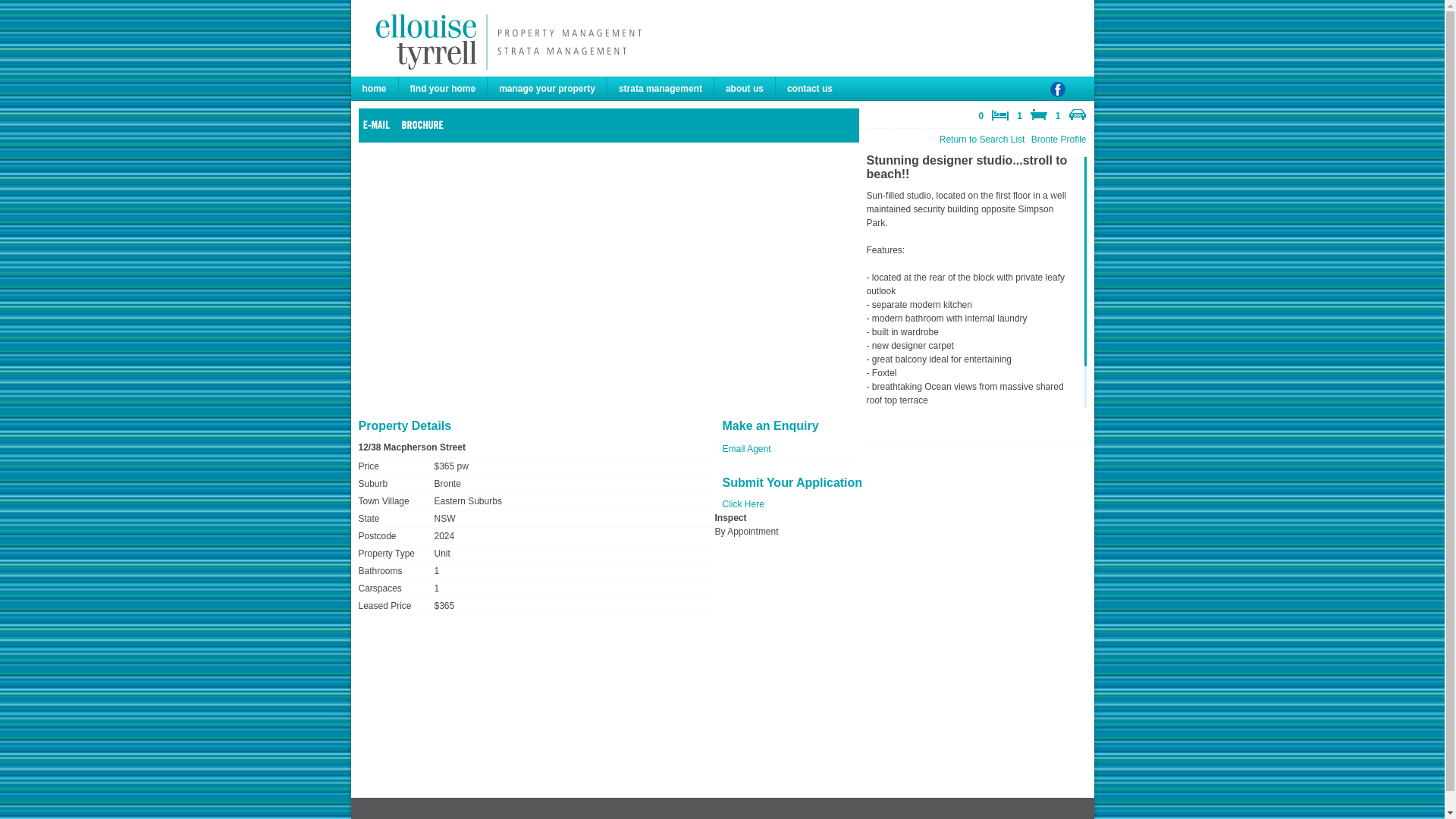 The width and height of the screenshot is (1456, 819). Describe the element at coordinates (745, 88) in the screenshot. I see `'about us'` at that location.